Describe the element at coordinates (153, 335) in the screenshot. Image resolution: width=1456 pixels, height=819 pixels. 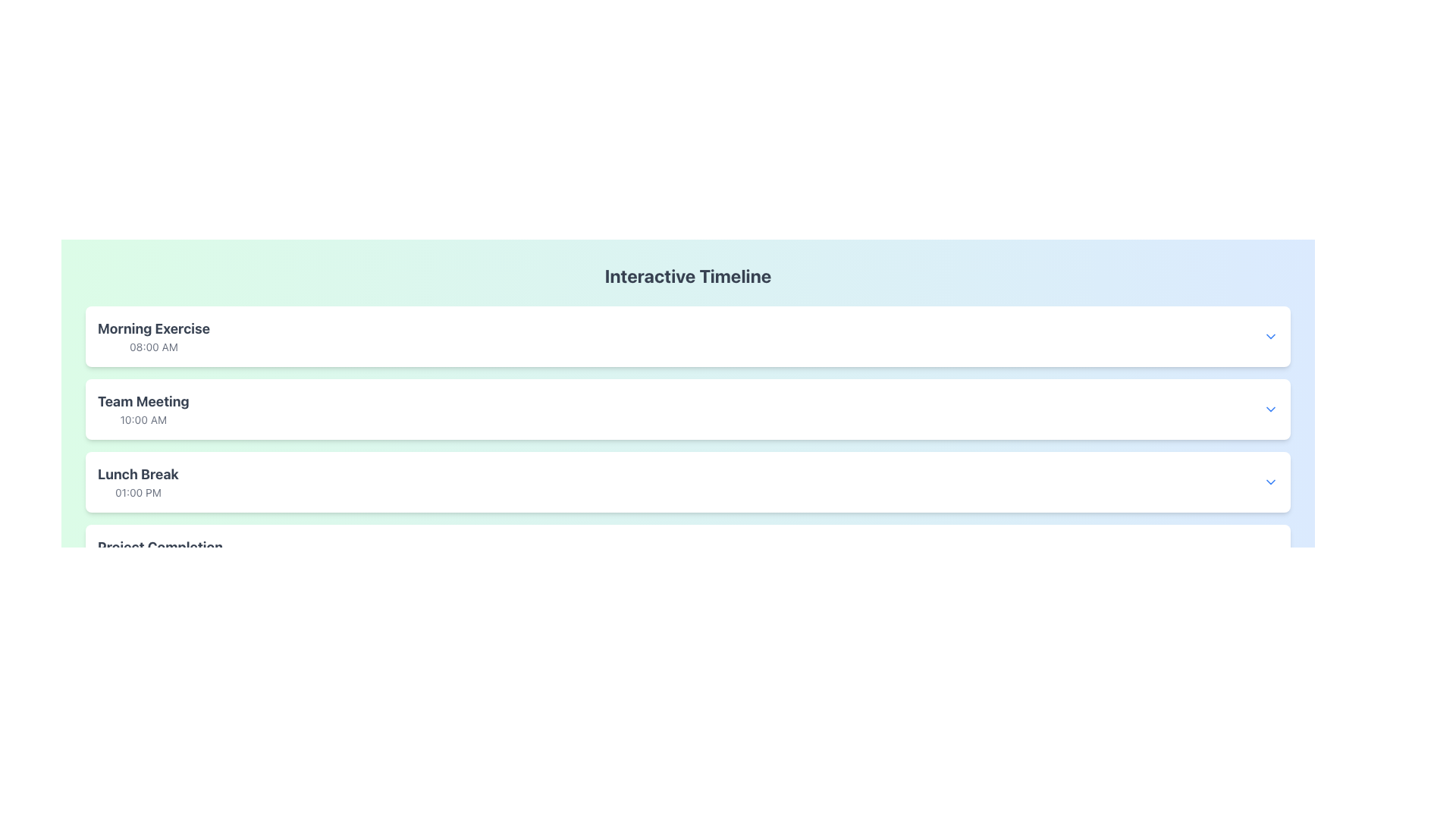
I see `the text content of the informational element displaying 'Morning Exercise' and '08:00 AM', which is the first item in the list of events` at that location.